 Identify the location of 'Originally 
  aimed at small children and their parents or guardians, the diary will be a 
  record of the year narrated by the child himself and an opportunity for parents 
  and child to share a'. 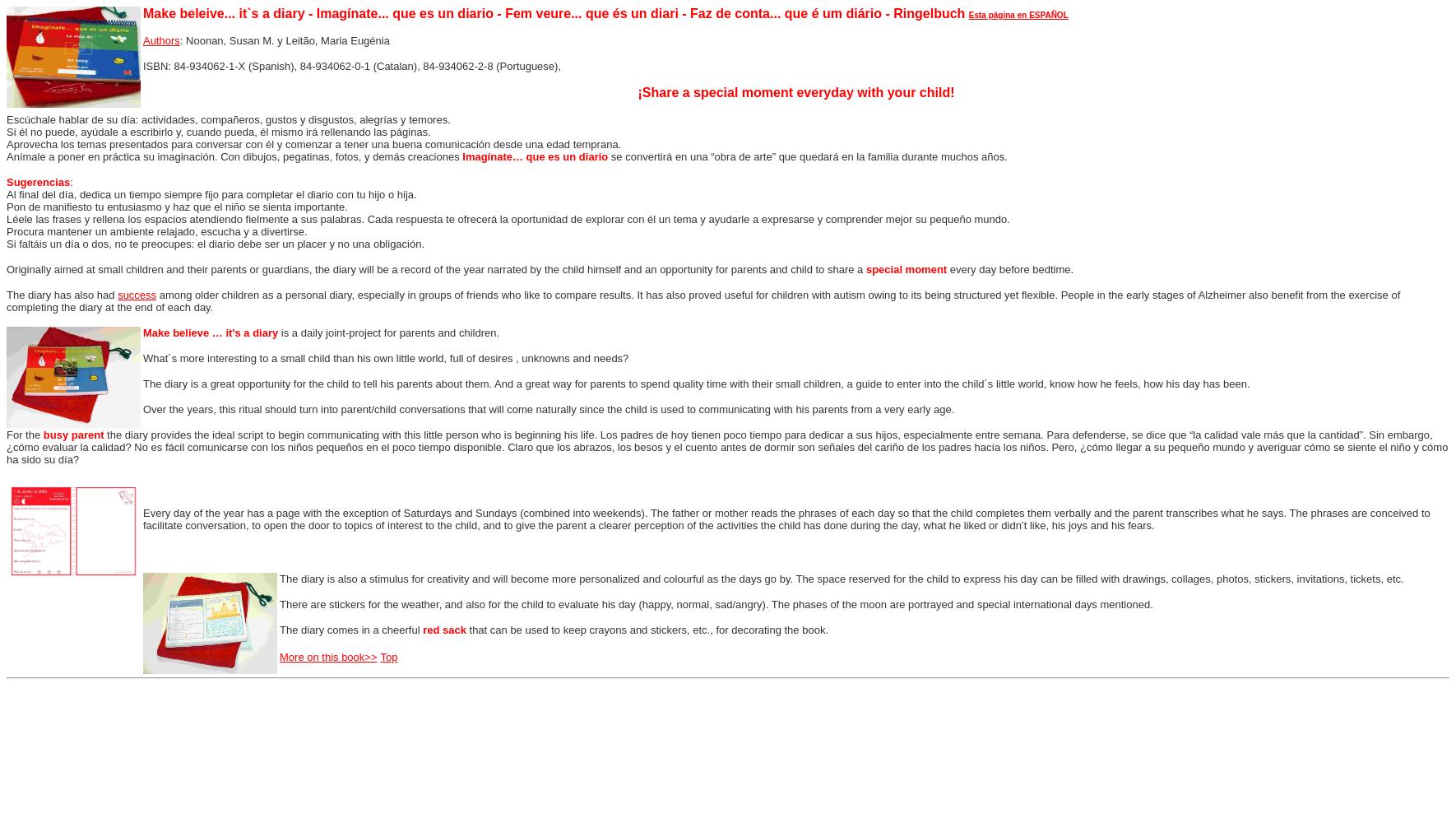
(435, 268).